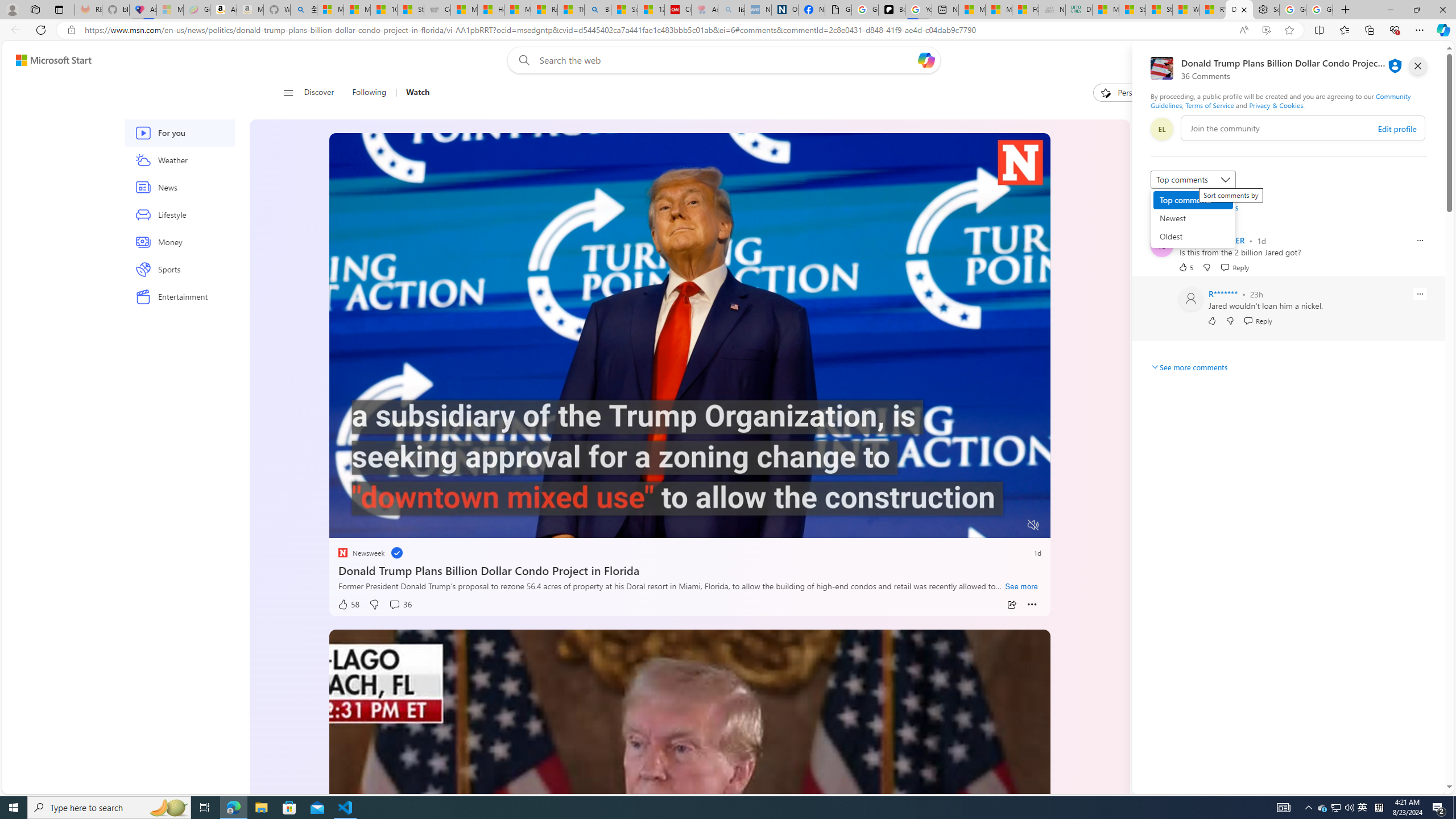  Describe the element at coordinates (368, 525) in the screenshot. I see `'Seek Back'` at that location.